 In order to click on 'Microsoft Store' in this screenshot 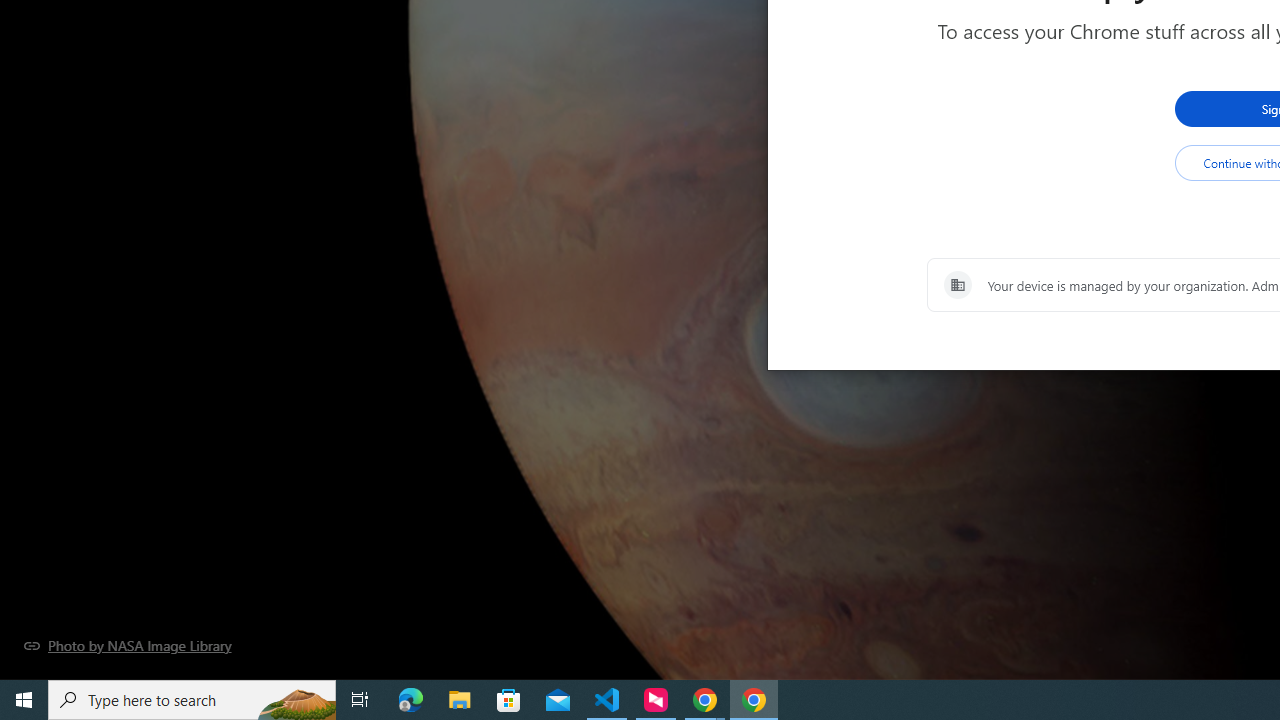, I will do `click(509, 698)`.